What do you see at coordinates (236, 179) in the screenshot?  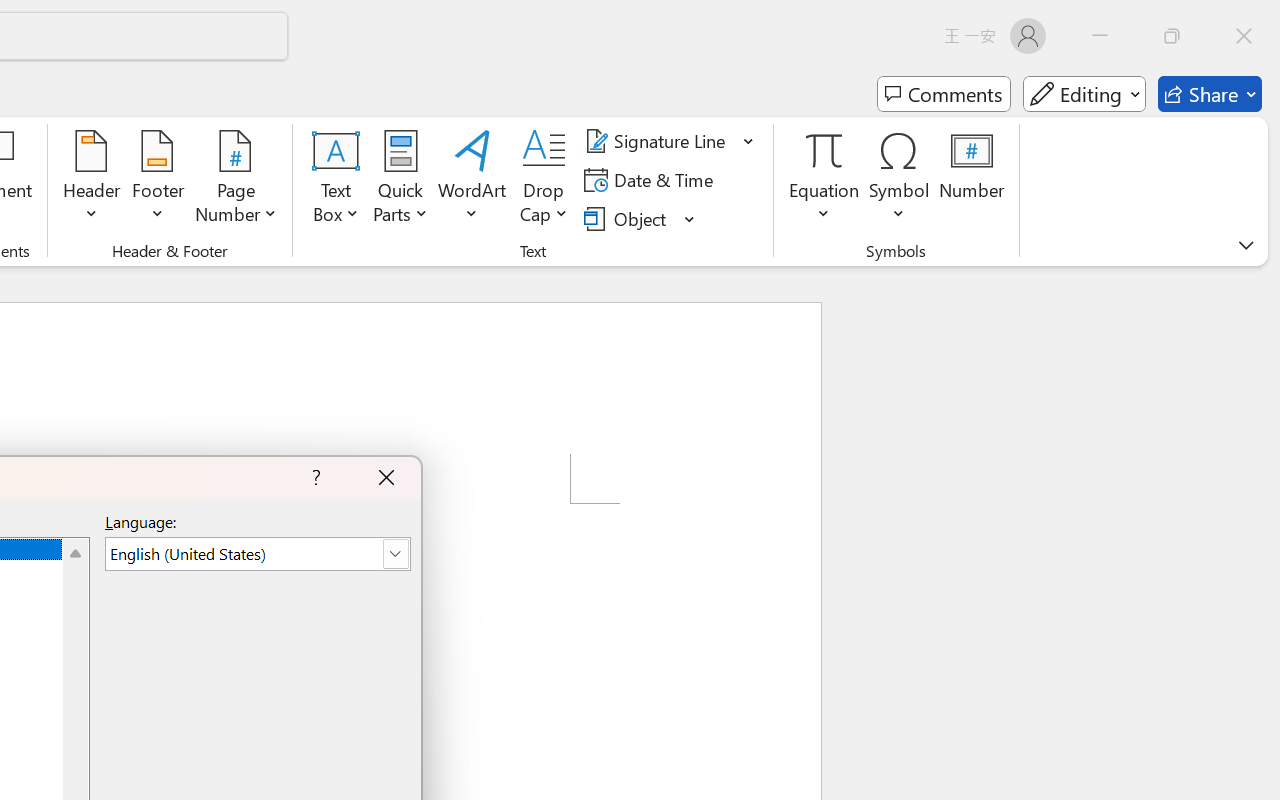 I see `'Page Number'` at bounding box center [236, 179].